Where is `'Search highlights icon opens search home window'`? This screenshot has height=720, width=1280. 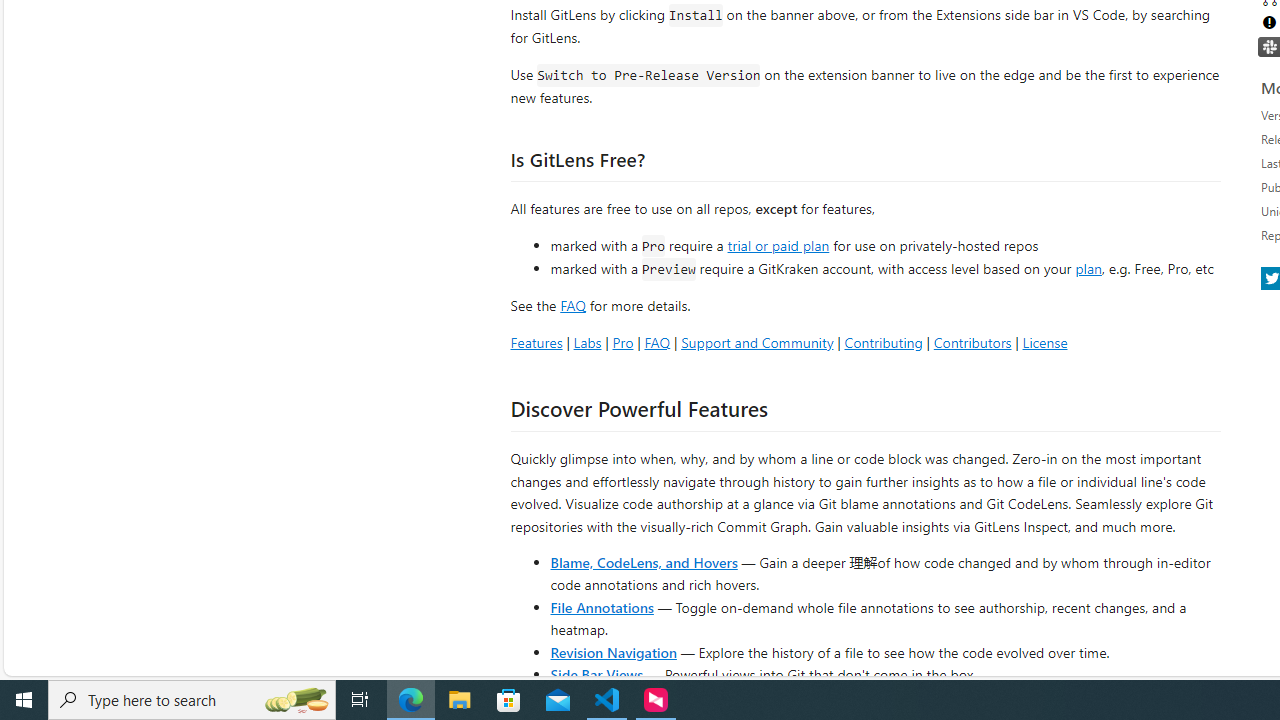
'Search highlights icon opens search home window' is located at coordinates (294, 698).